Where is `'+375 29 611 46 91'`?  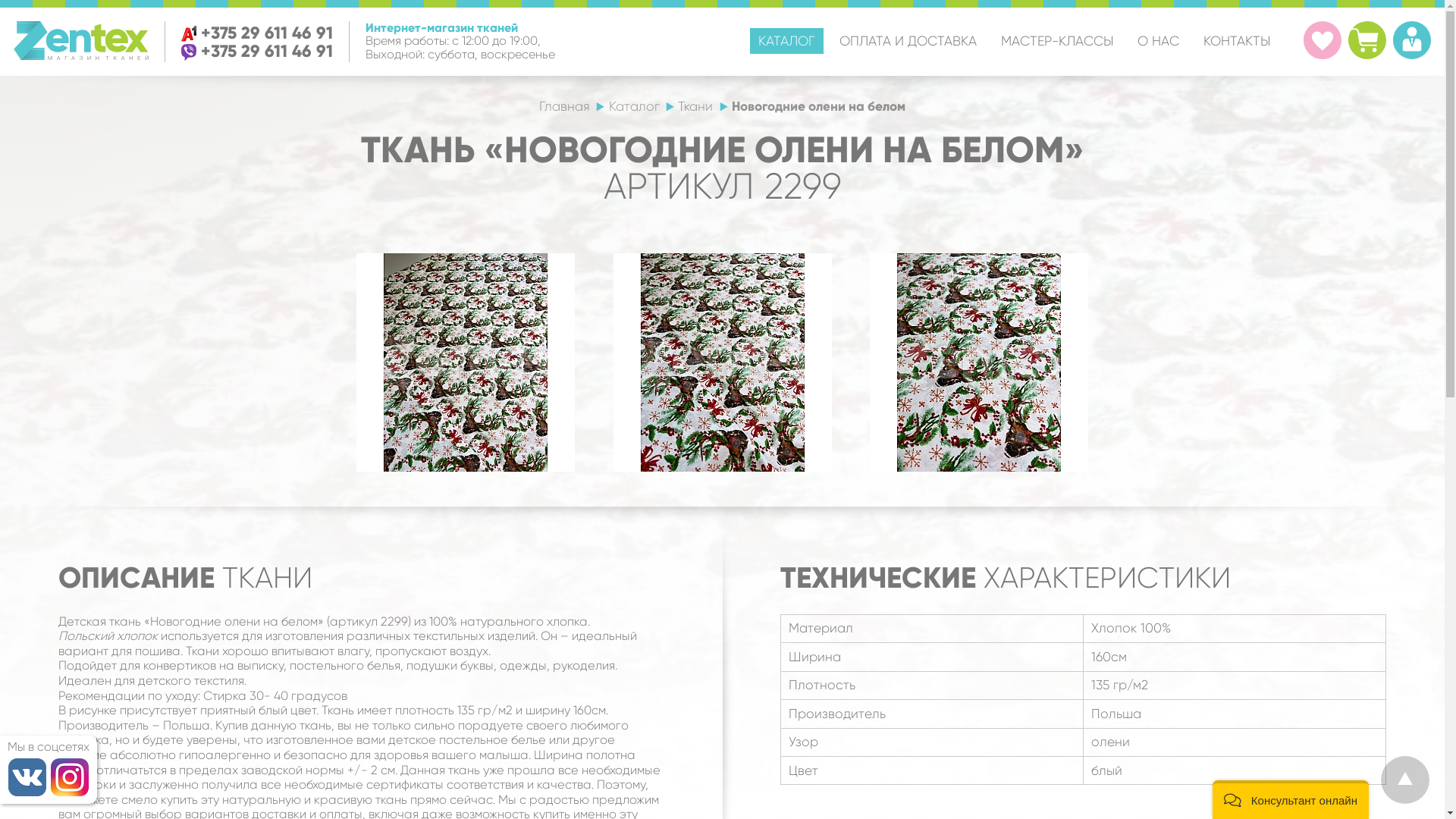
'+375 29 611 46 91' is located at coordinates (266, 33).